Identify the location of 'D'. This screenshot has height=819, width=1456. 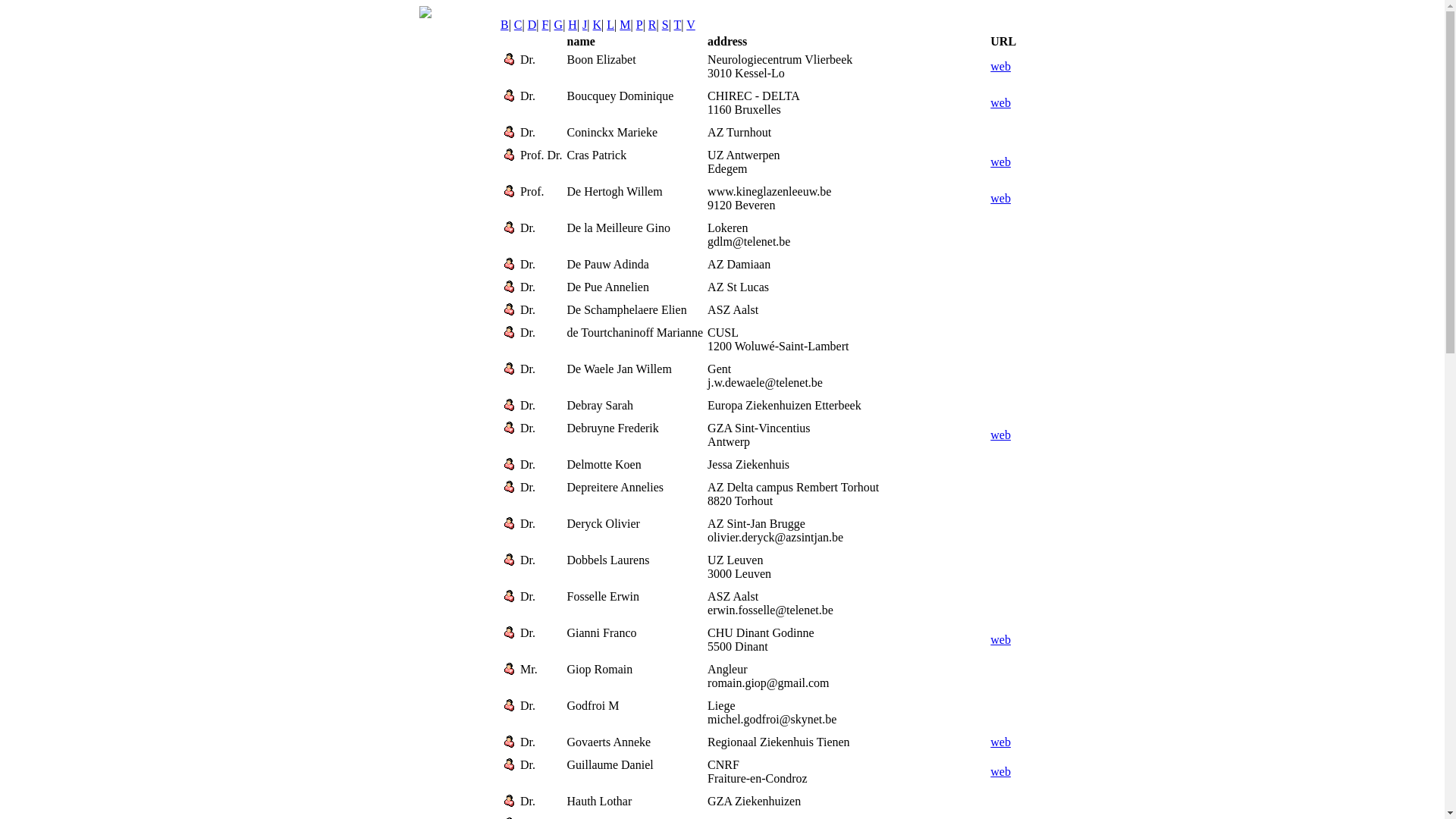
(532, 24).